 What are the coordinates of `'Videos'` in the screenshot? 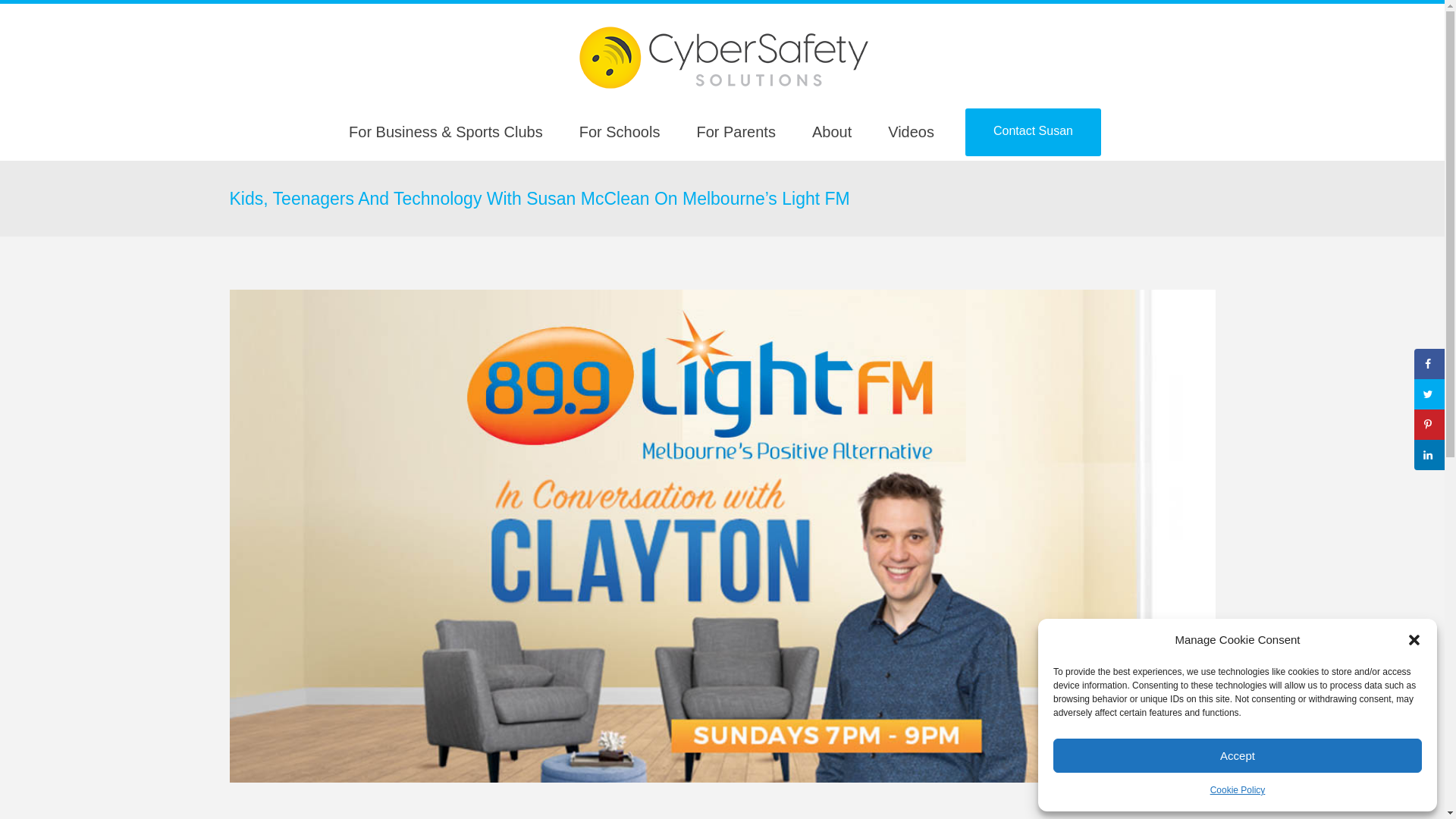 It's located at (910, 131).